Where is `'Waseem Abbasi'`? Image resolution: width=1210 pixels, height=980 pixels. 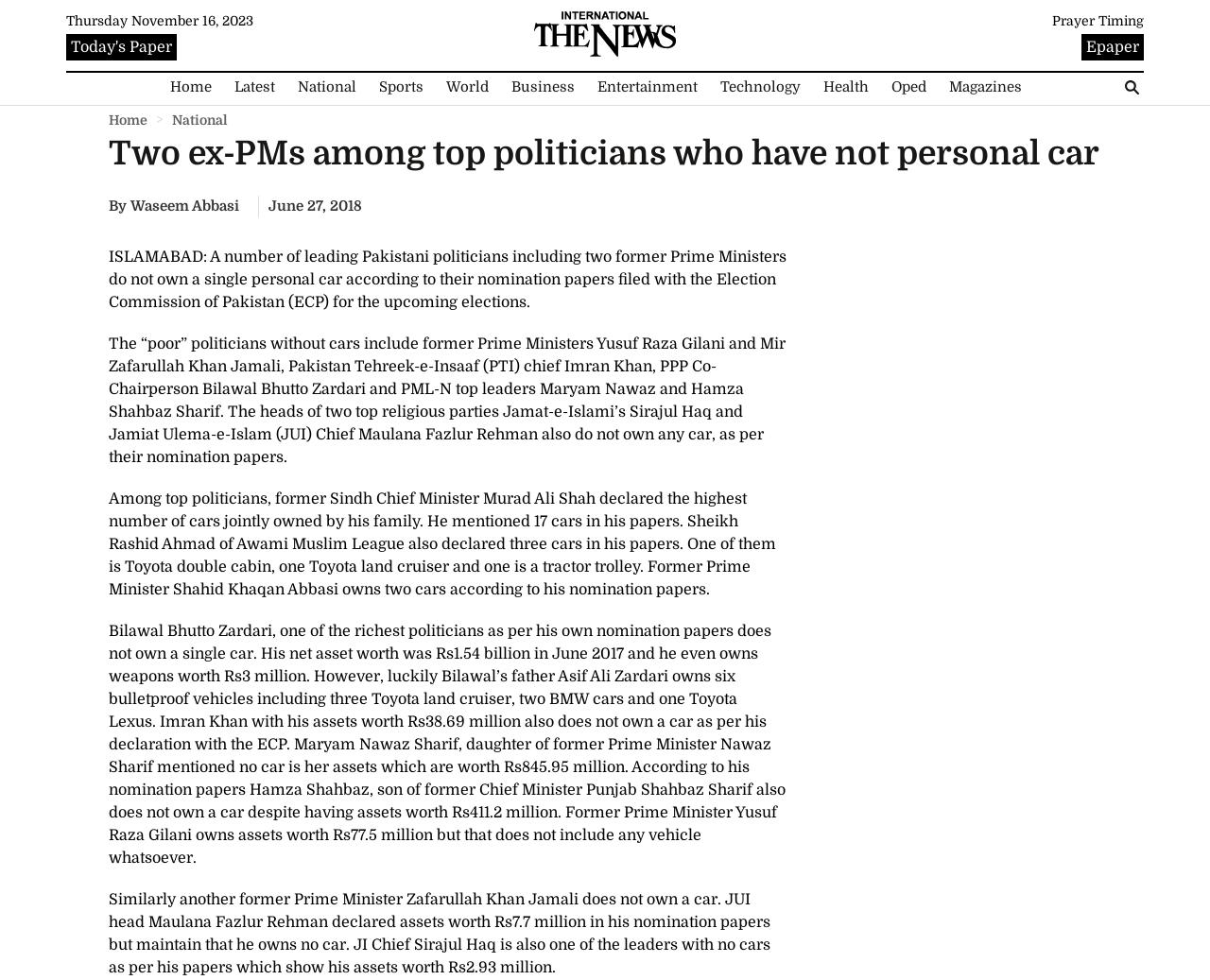
'Waseem Abbasi' is located at coordinates (184, 204).